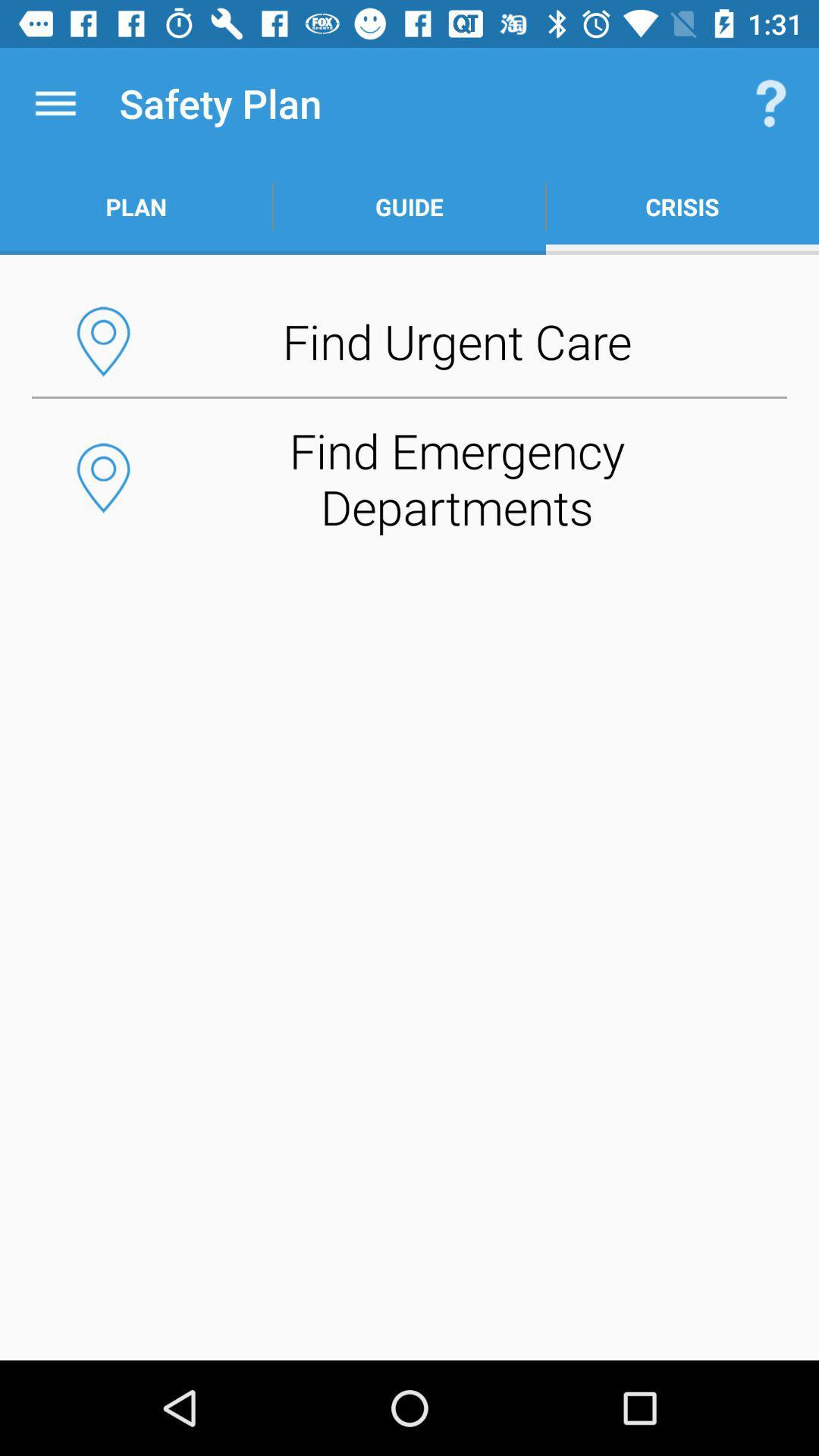 Image resolution: width=819 pixels, height=1456 pixels. Describe the element at coordinates (55, 102) in the screenshot. I see `the app next to safety plan icon` at that location.